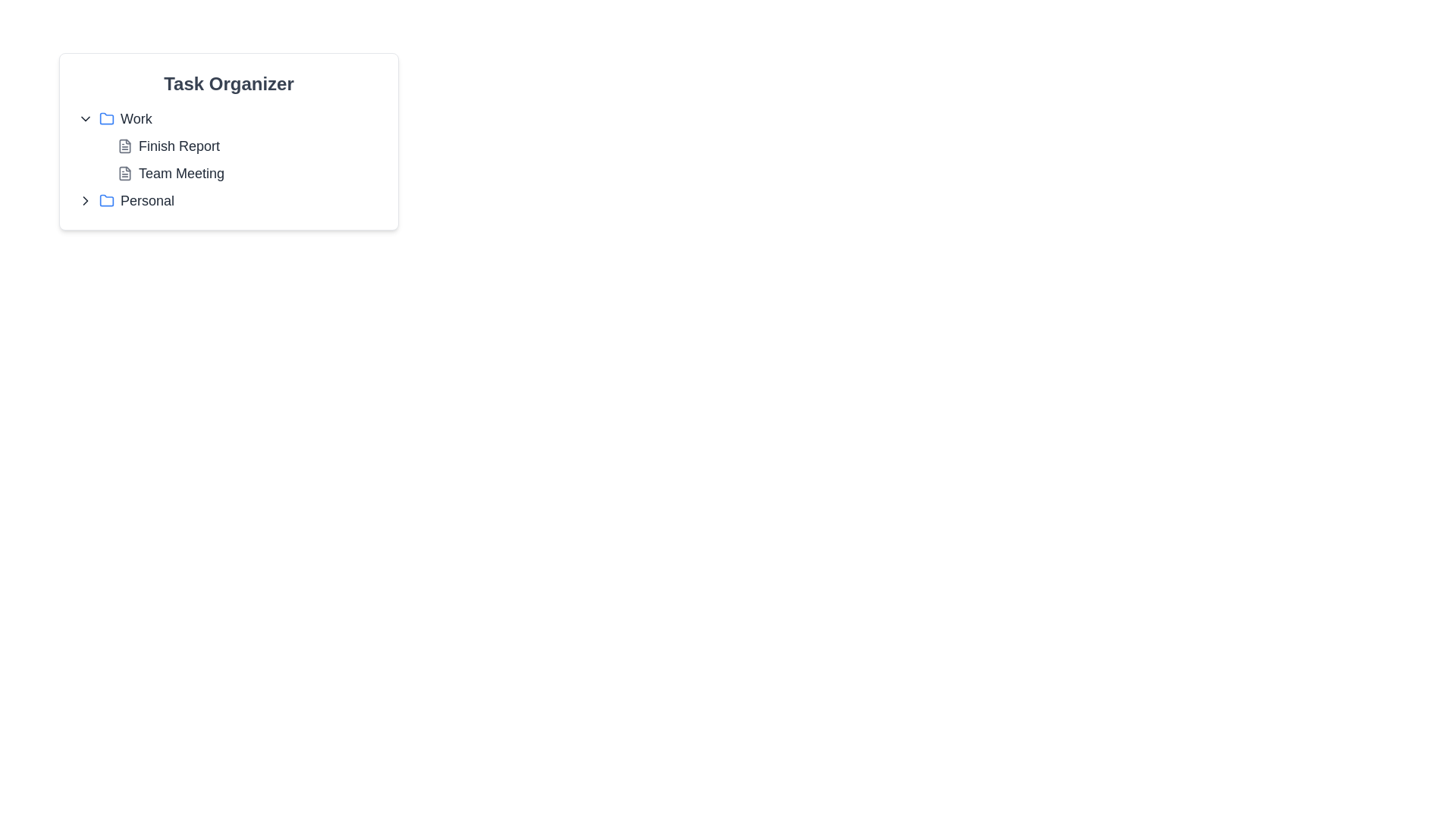 The height and width of the screenshot is (819, 1456). Describe the element at coordinates (181, 172) in the screenshot. I see `the text label for the second task under the 'Work' section in the 'Task Organizer' UI, located beneath 'Finish Report'` at that location.